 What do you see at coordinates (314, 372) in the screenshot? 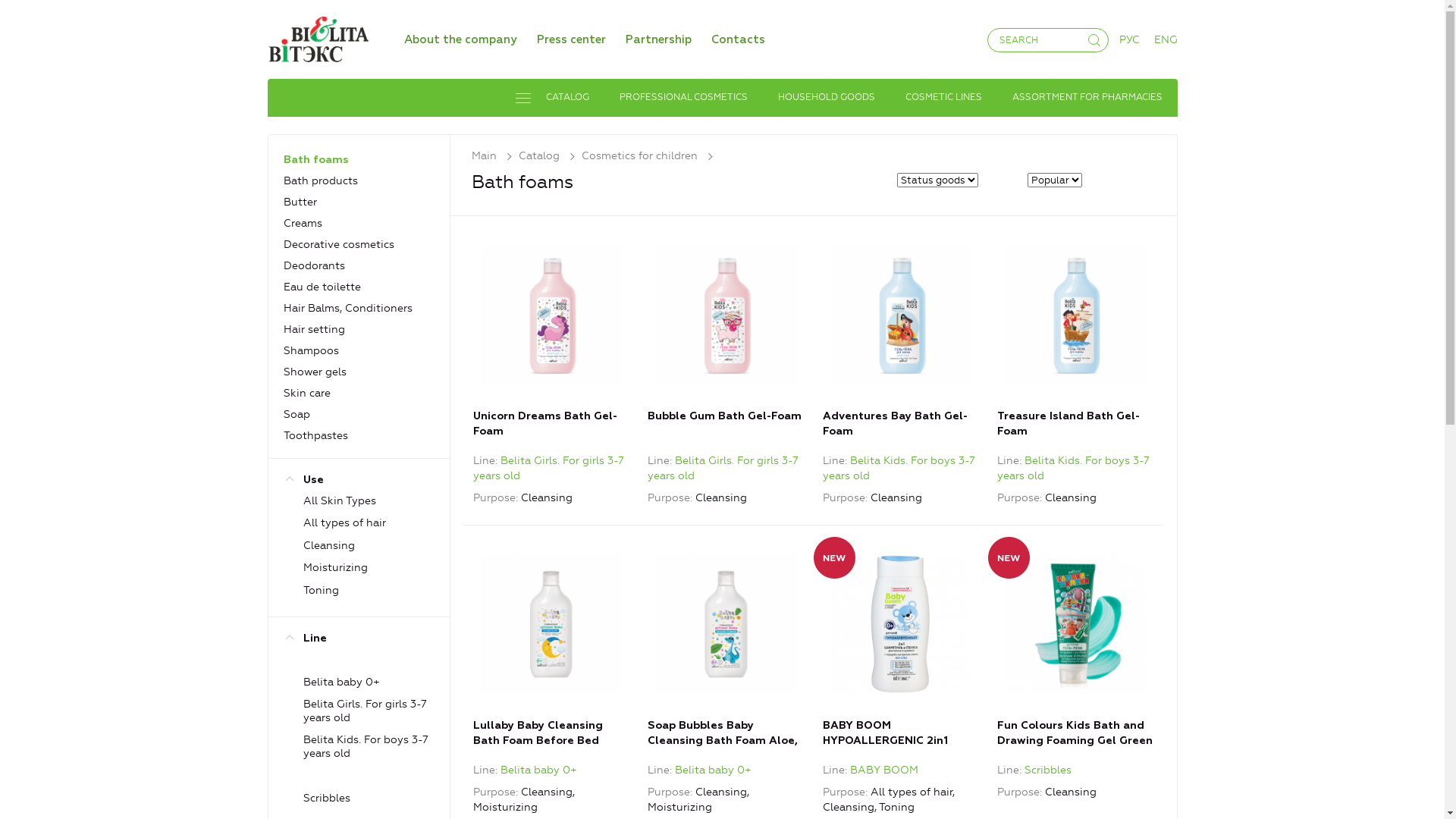
I see `'Shower gels'` at bounding box center [314, 372].